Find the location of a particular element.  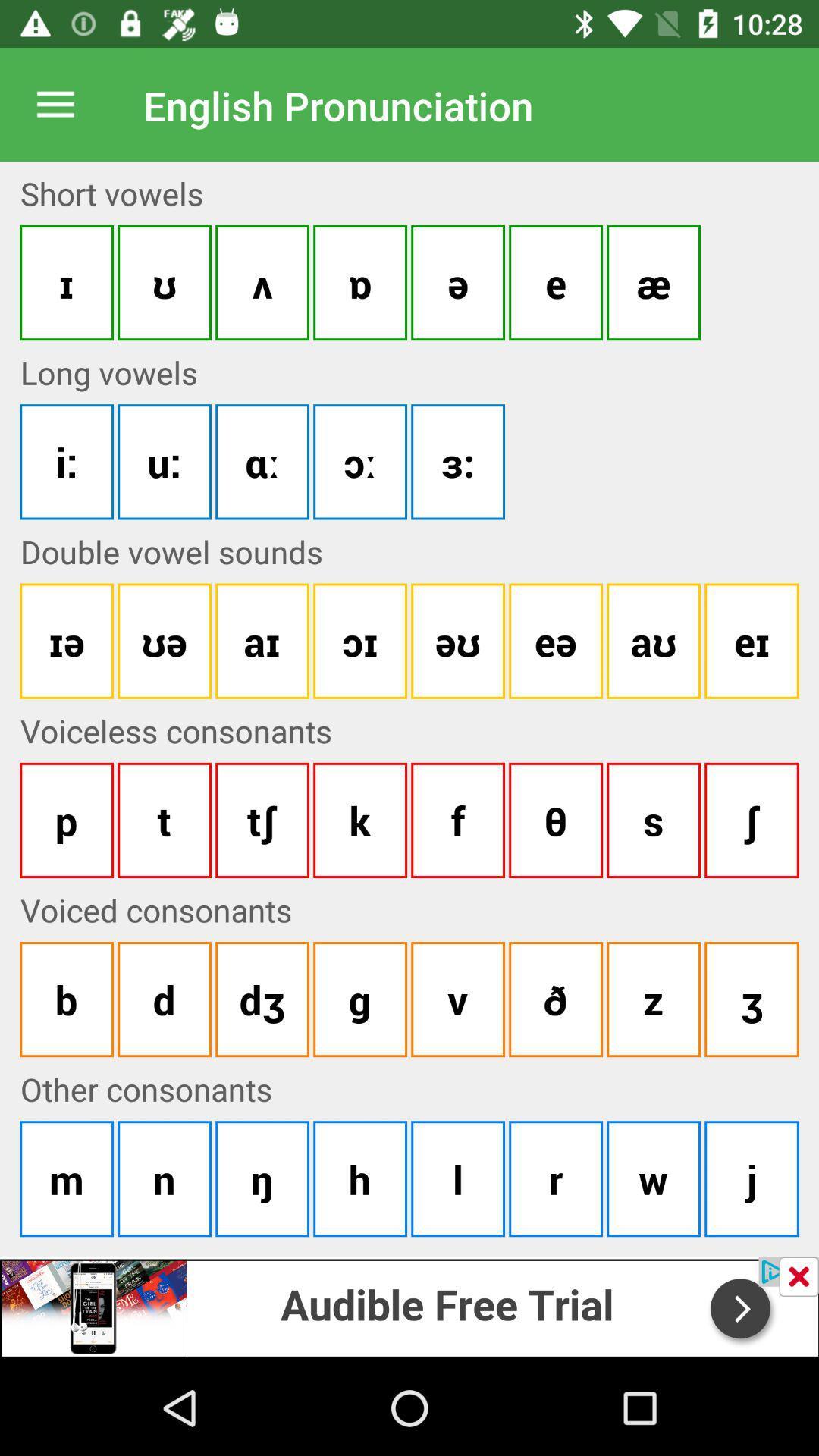

button is located at coordinates (798, 1276).